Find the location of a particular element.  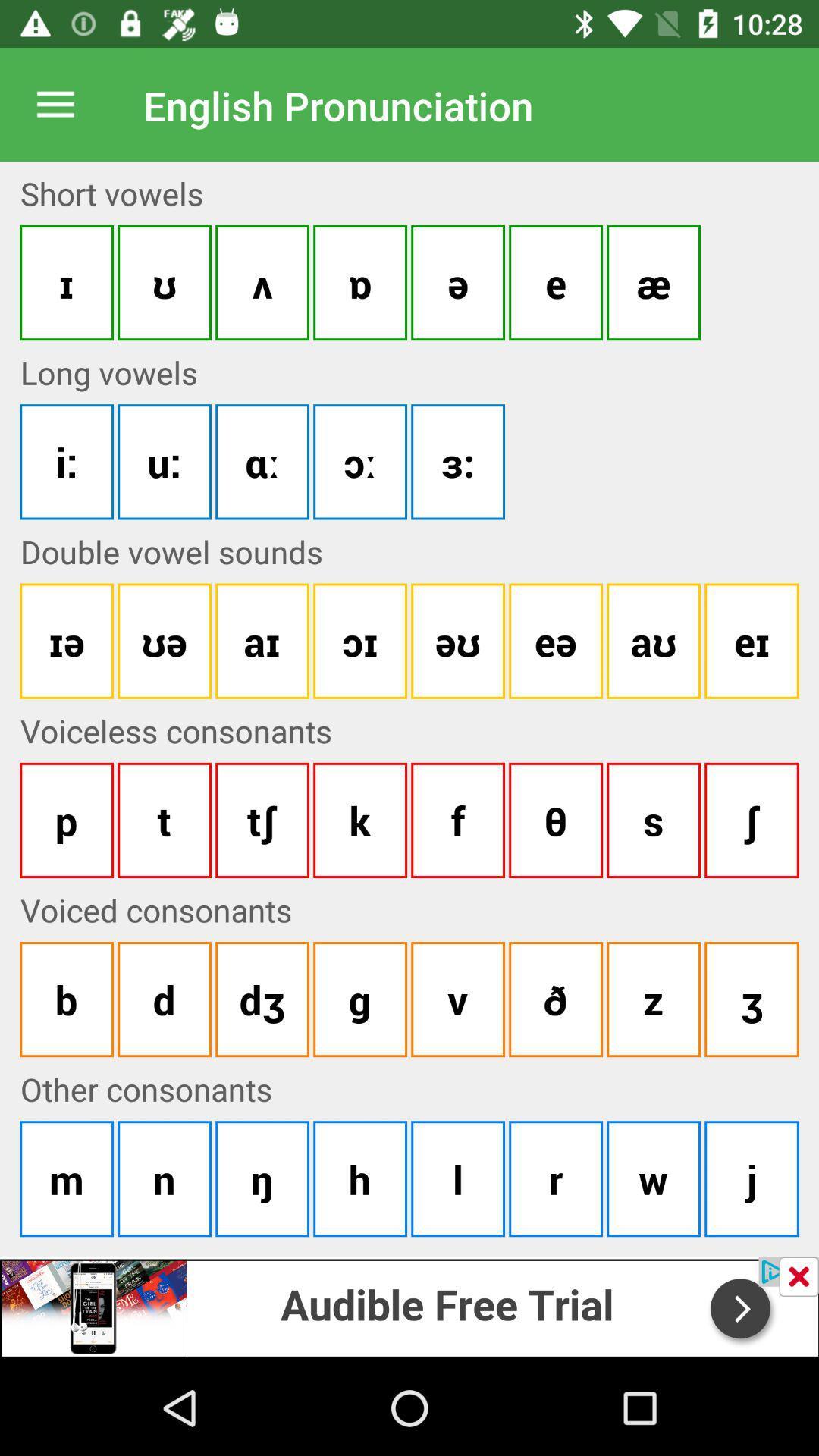

button is located at coordinates (798, 1276).